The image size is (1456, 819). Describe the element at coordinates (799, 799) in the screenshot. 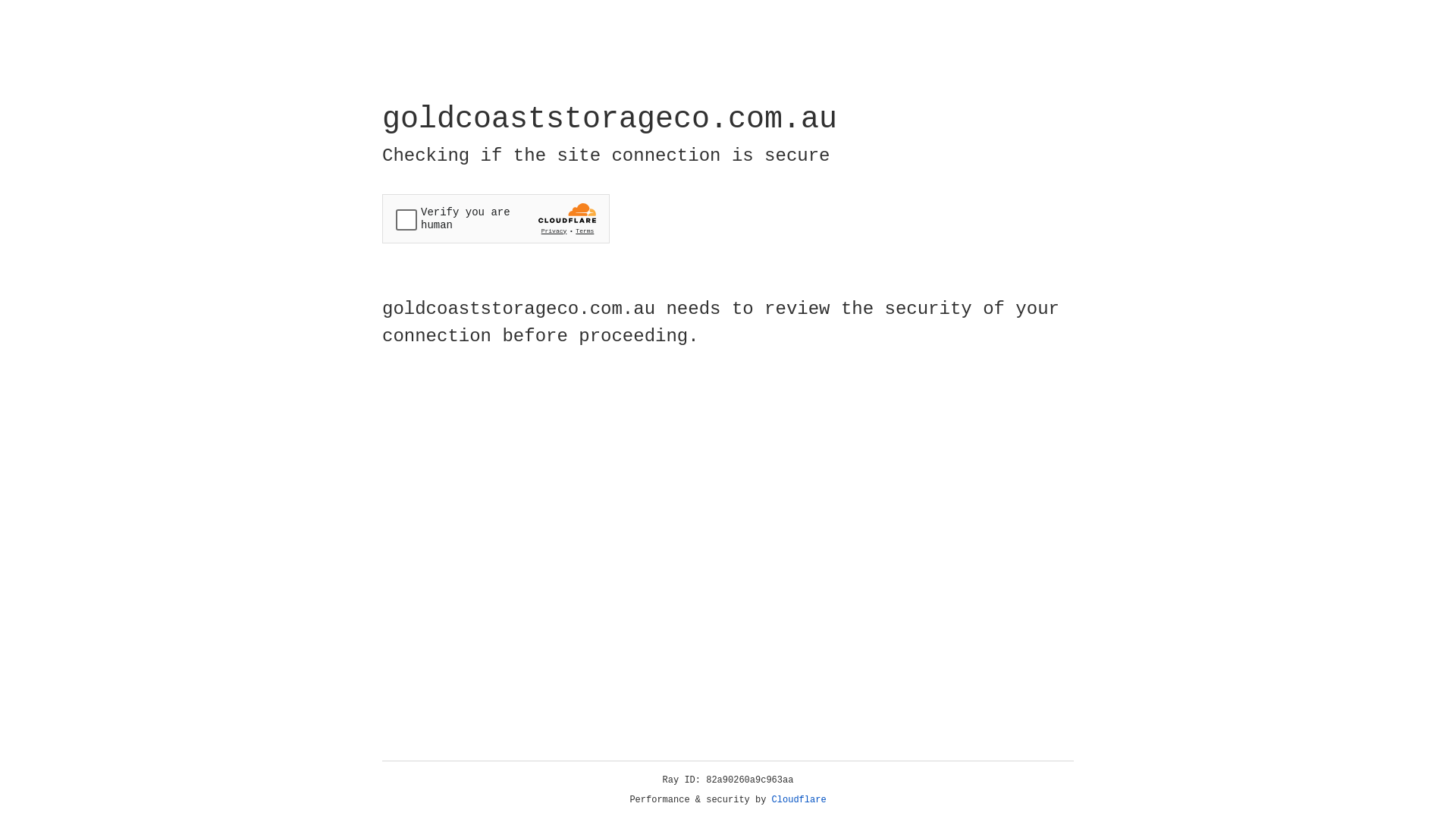

I see `'Cloudflare'` at that location.